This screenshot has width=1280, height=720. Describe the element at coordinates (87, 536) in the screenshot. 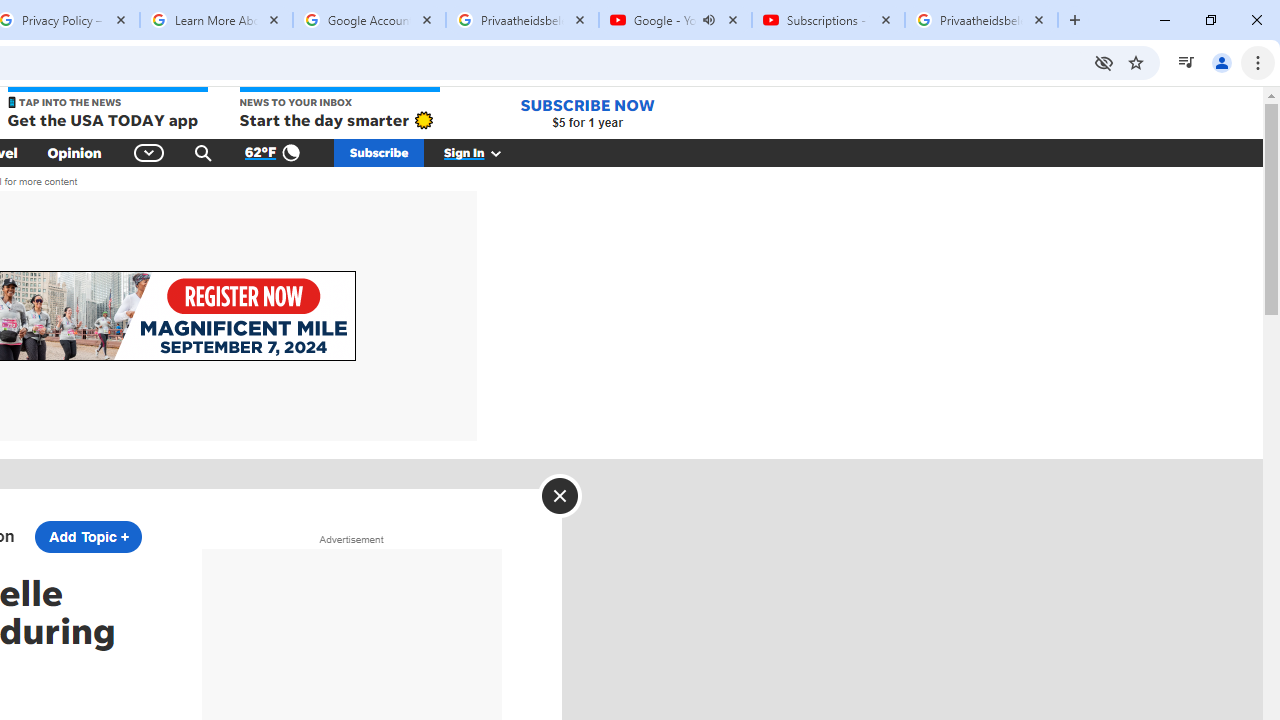

I see `'Add Topic'` at that location.